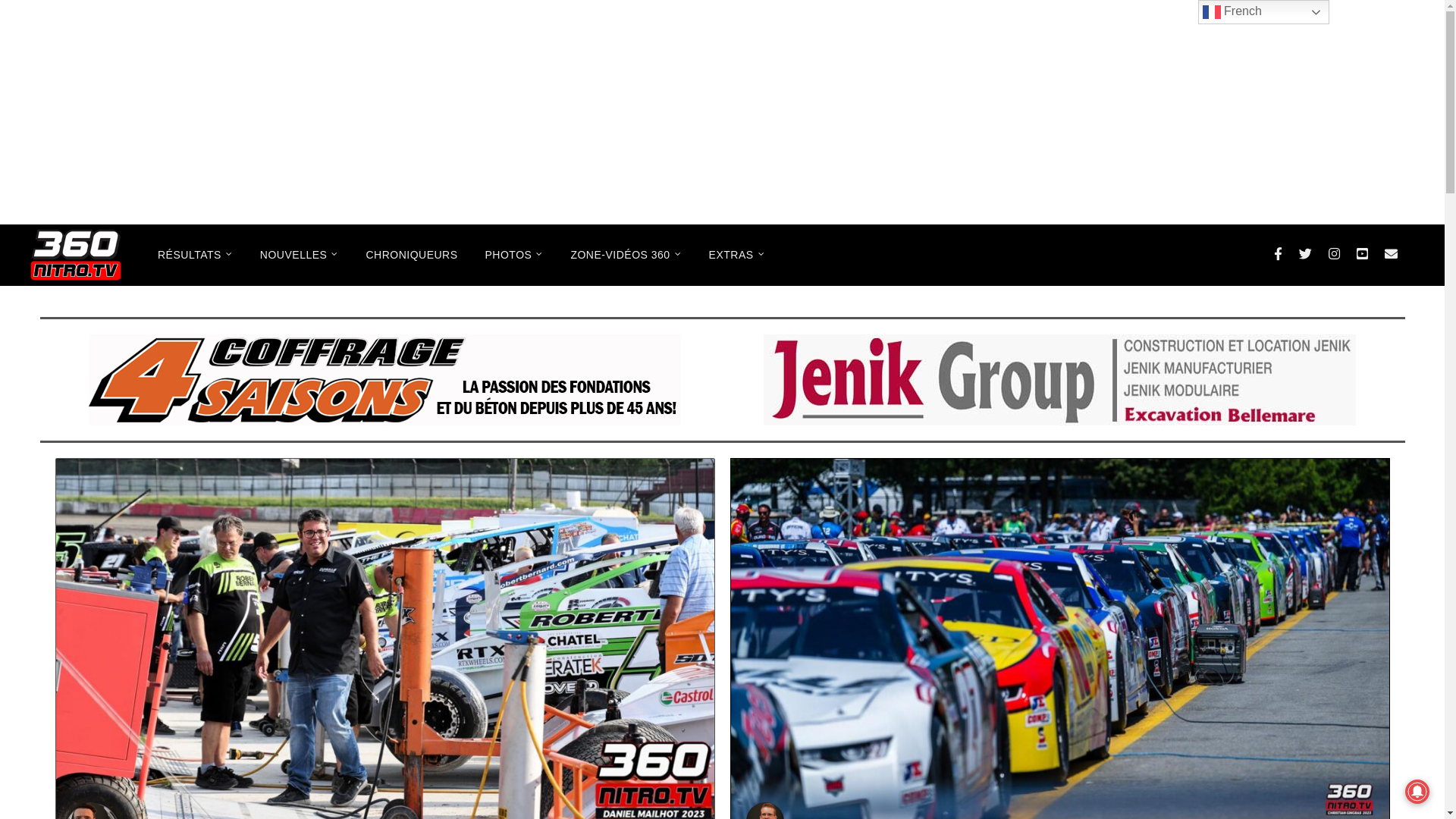  I want to click on 'EXTRAS', so click(736, 253).